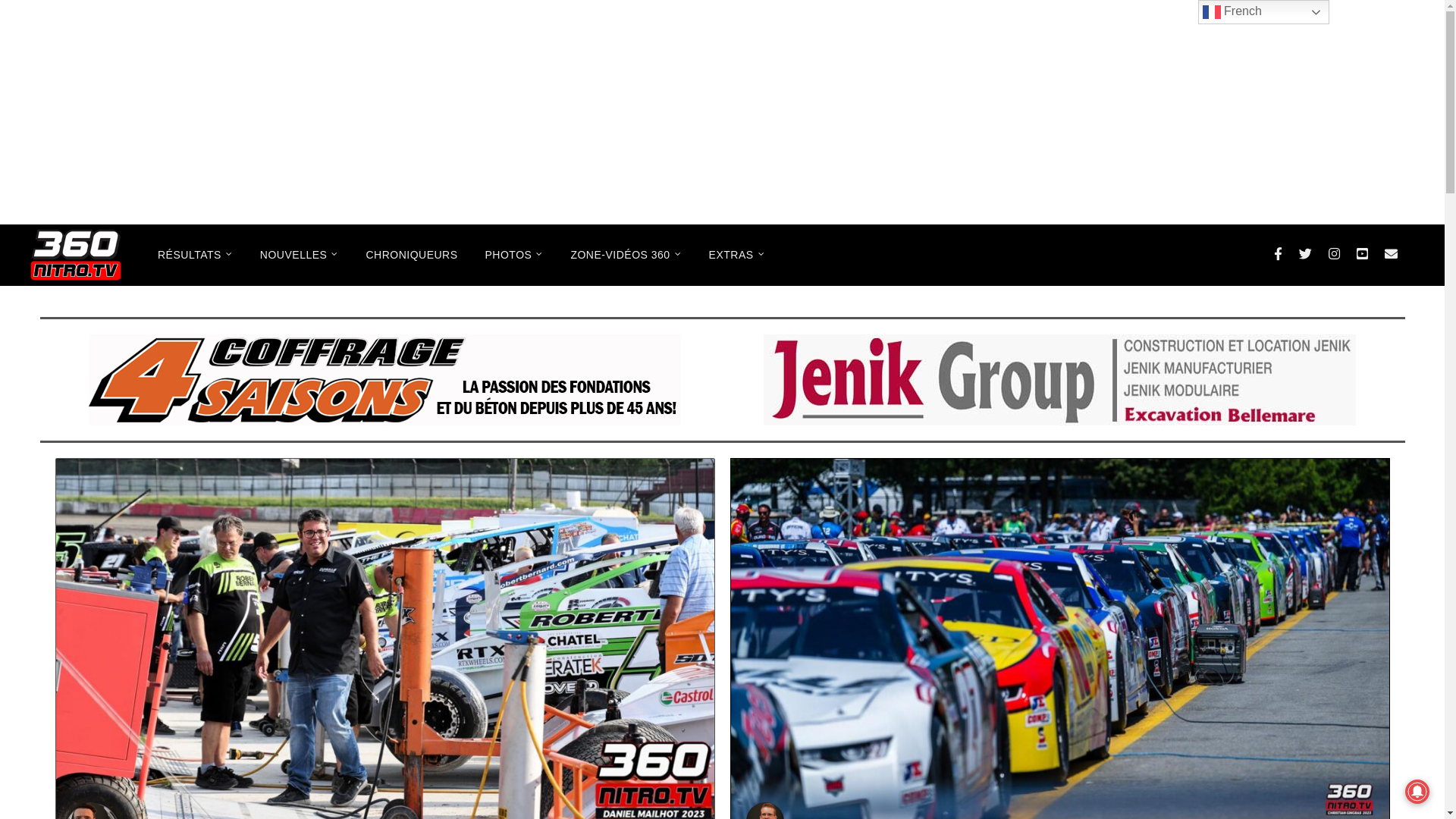  I want to click on 'EXTRAS', so click(736, 253).